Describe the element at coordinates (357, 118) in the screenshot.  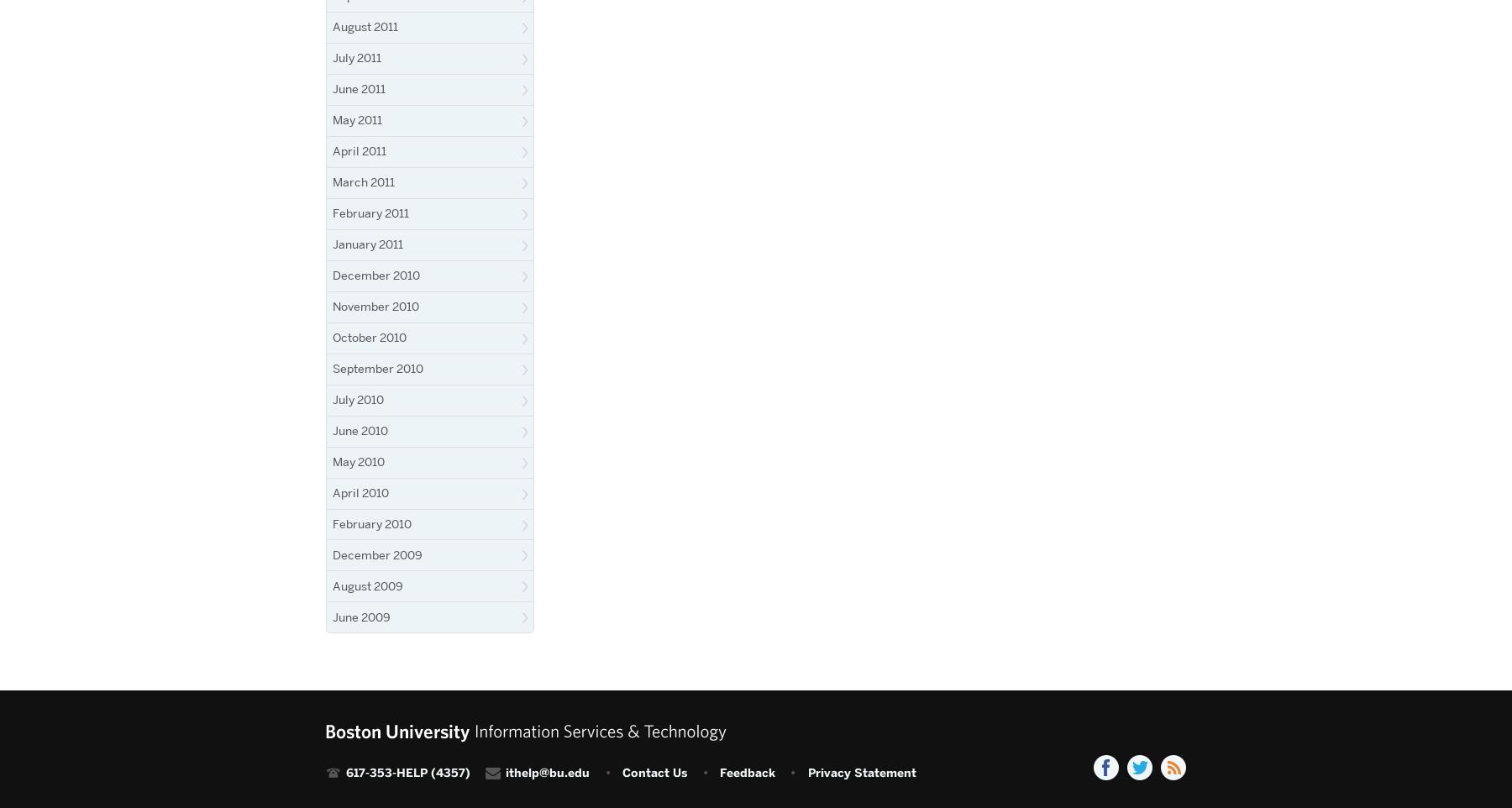
I see `'May 2011'` at that location.